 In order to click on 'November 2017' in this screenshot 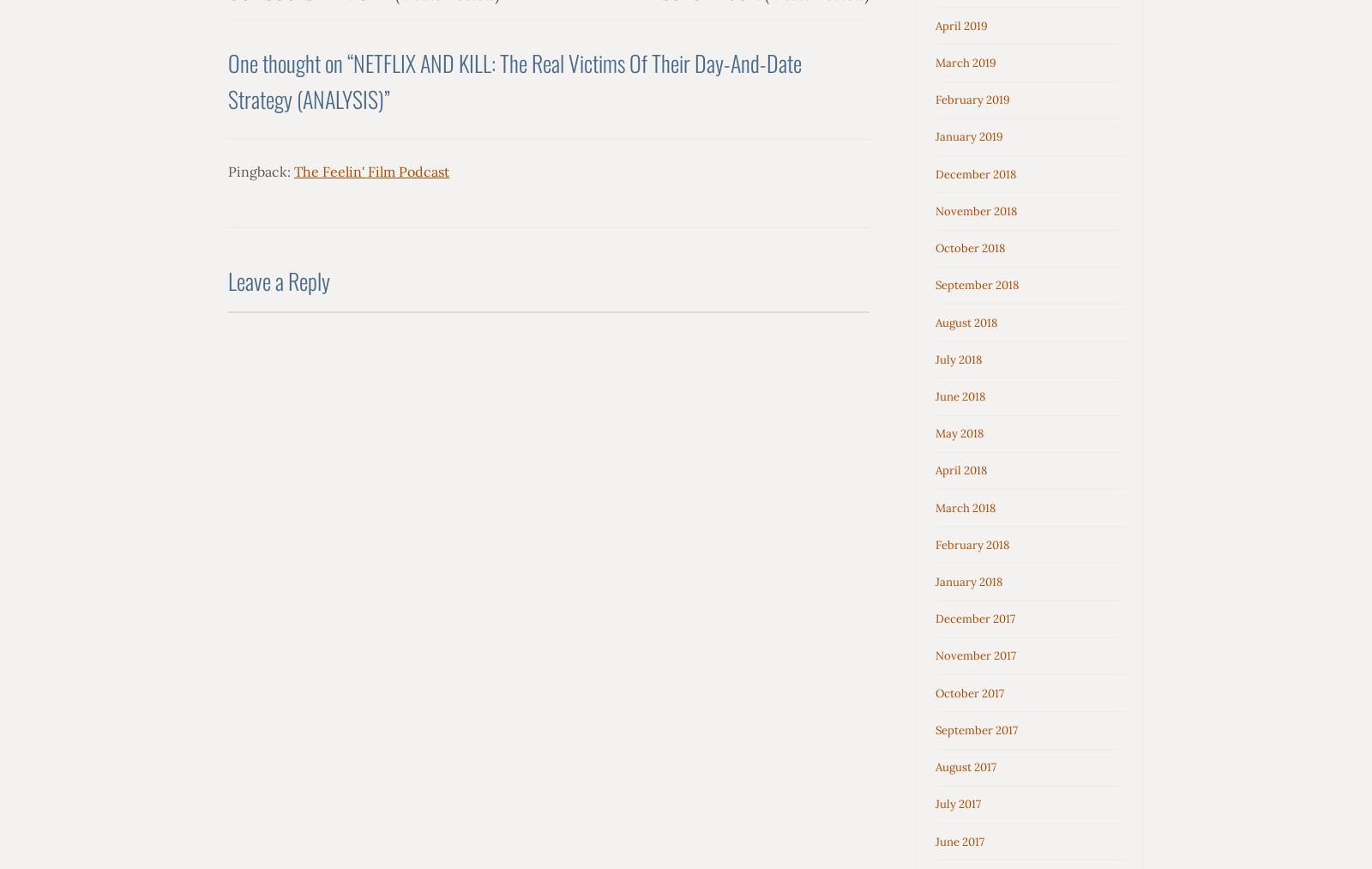, I will do `click(975, 655)`.